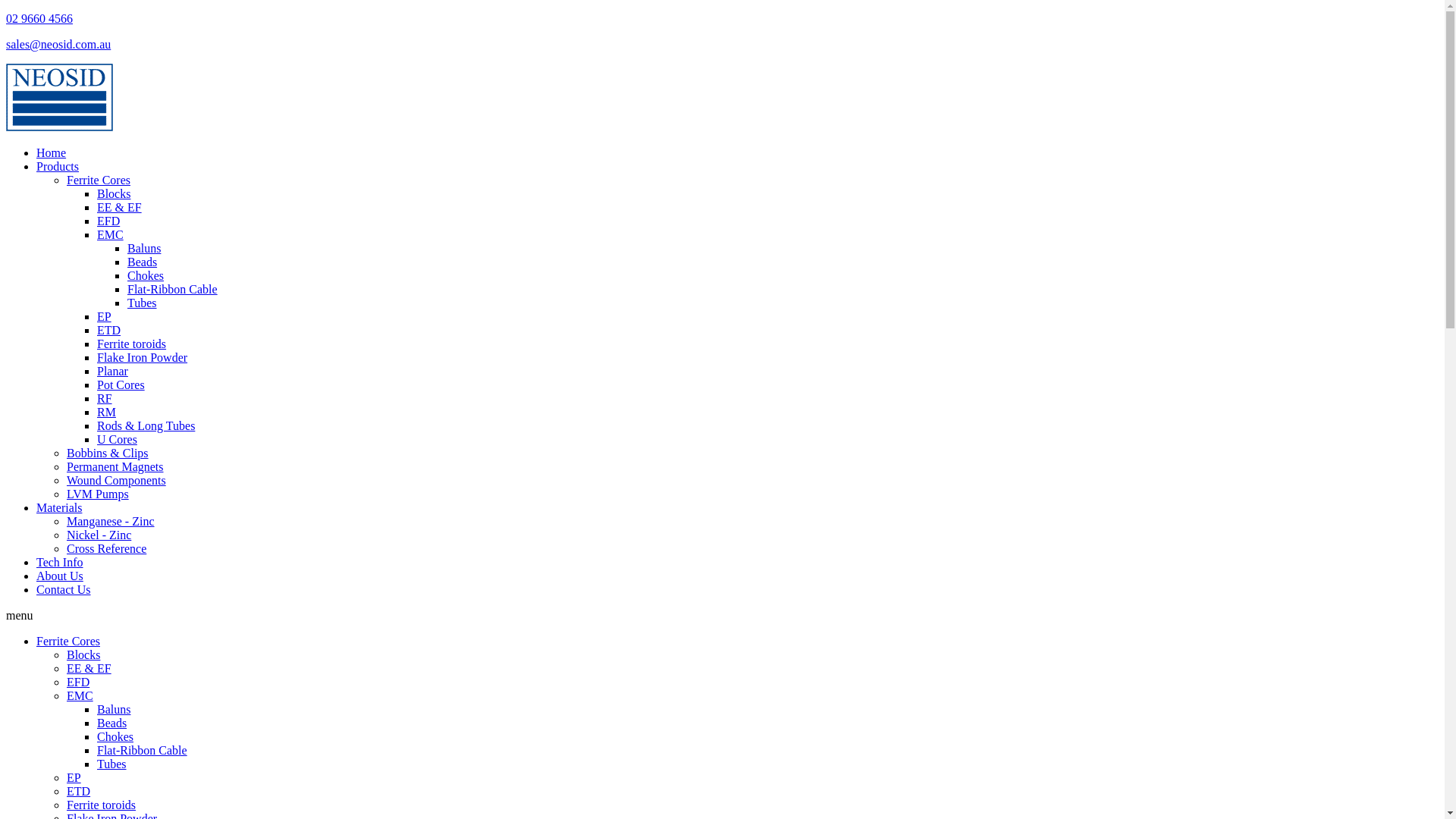 This screenshot has height=819, width=1456. What do you see at coordinates (65, 179) in the screenshot?
I see `'Ferrite Cores'` at bounding box center [65, 179].